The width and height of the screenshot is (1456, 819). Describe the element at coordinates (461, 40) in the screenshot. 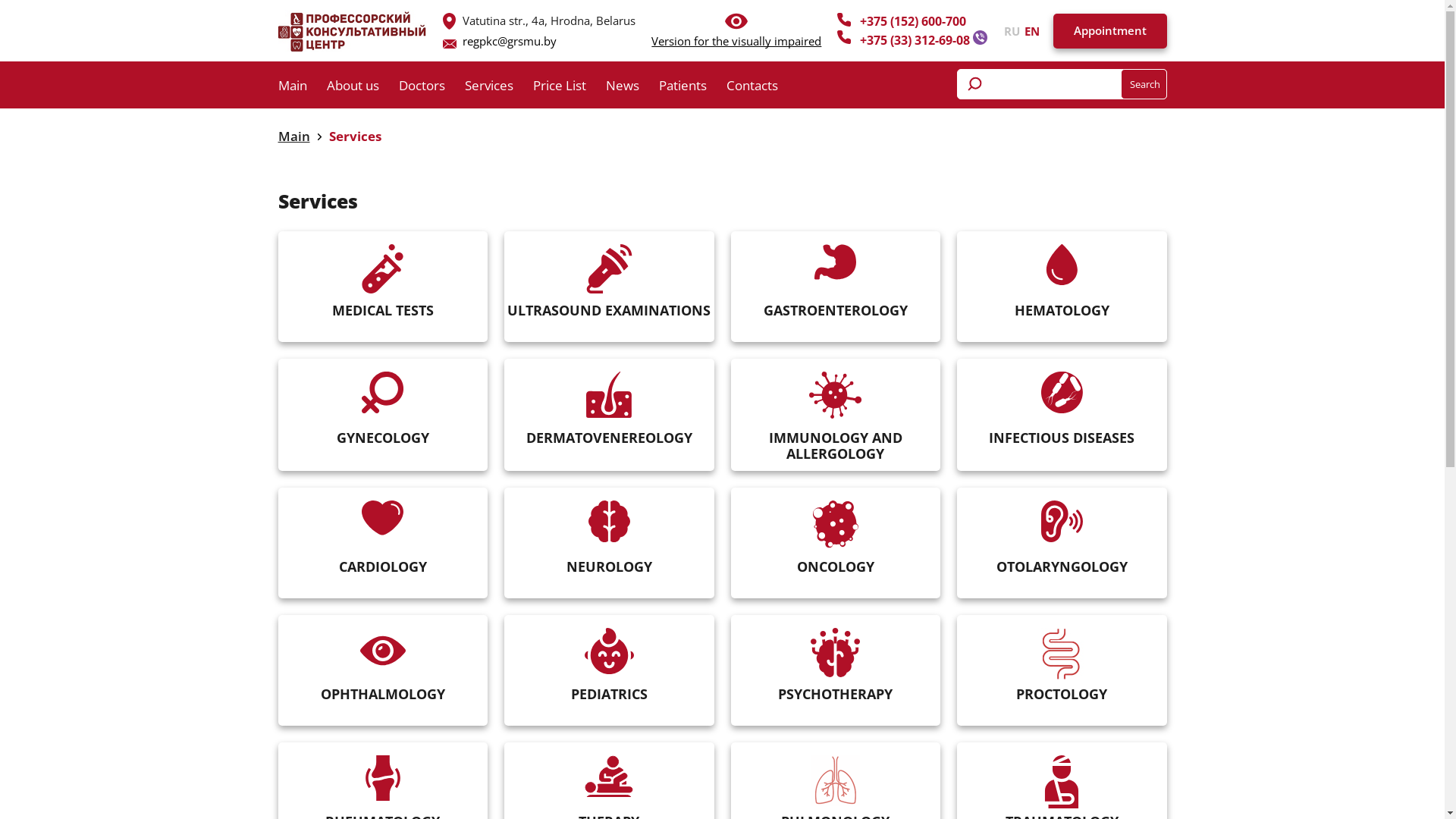

I see `'regpkc@grsmu.by'` at that location.